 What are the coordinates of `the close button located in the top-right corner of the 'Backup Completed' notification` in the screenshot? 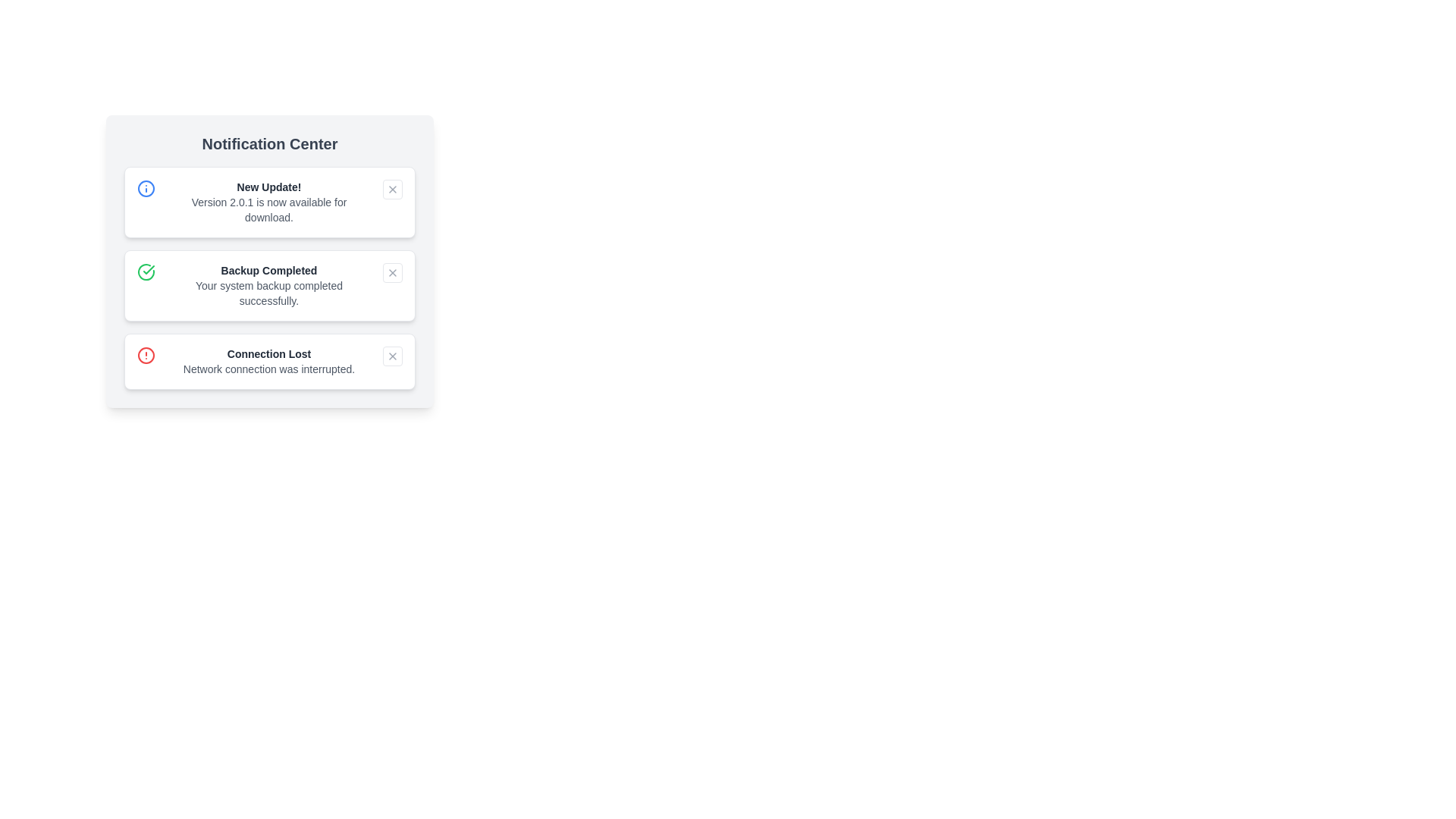 It's located at (393, 271).